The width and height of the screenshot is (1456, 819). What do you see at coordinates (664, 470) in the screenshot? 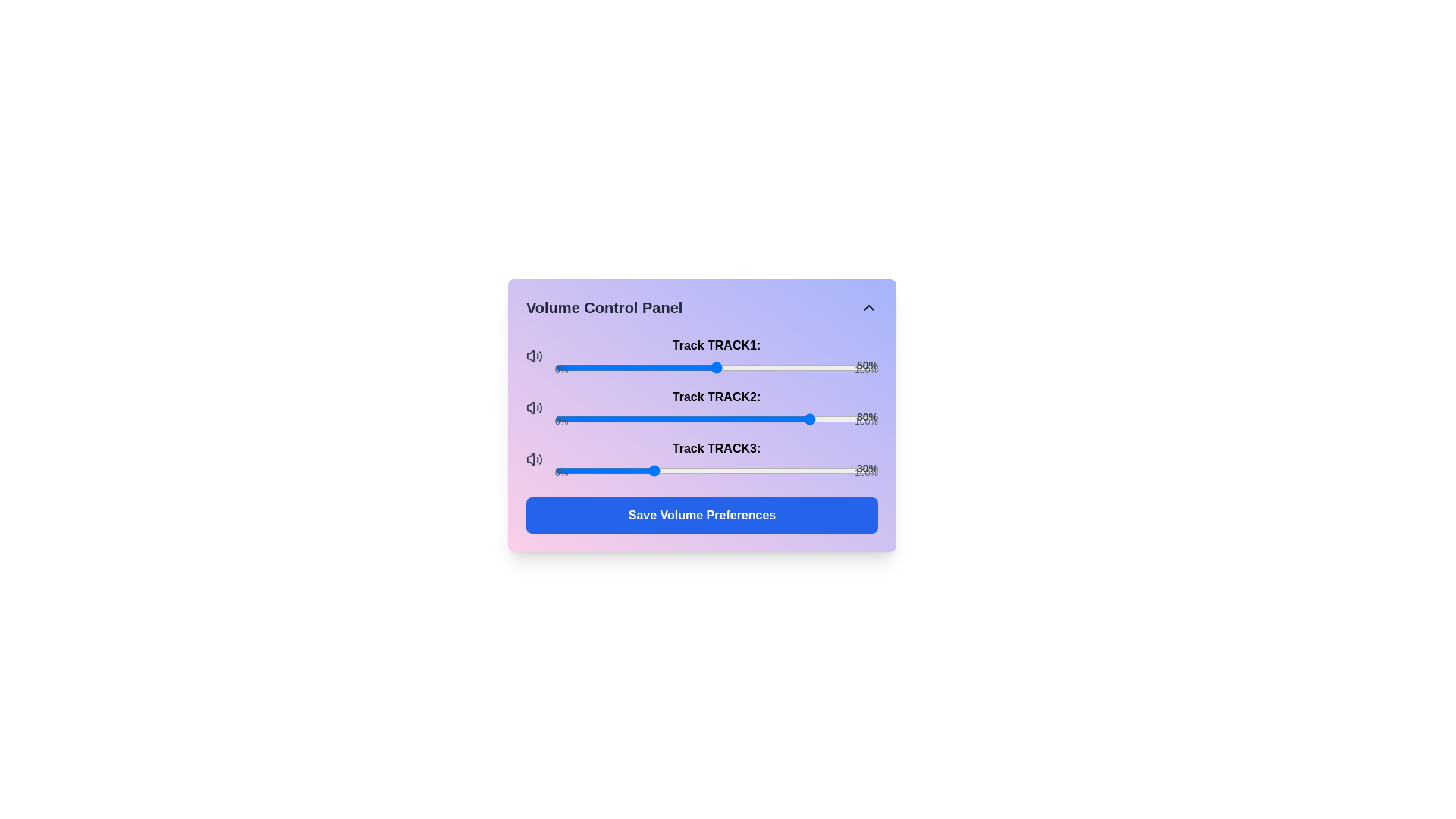
I see `the track volume` at bounding box center [664, 470].